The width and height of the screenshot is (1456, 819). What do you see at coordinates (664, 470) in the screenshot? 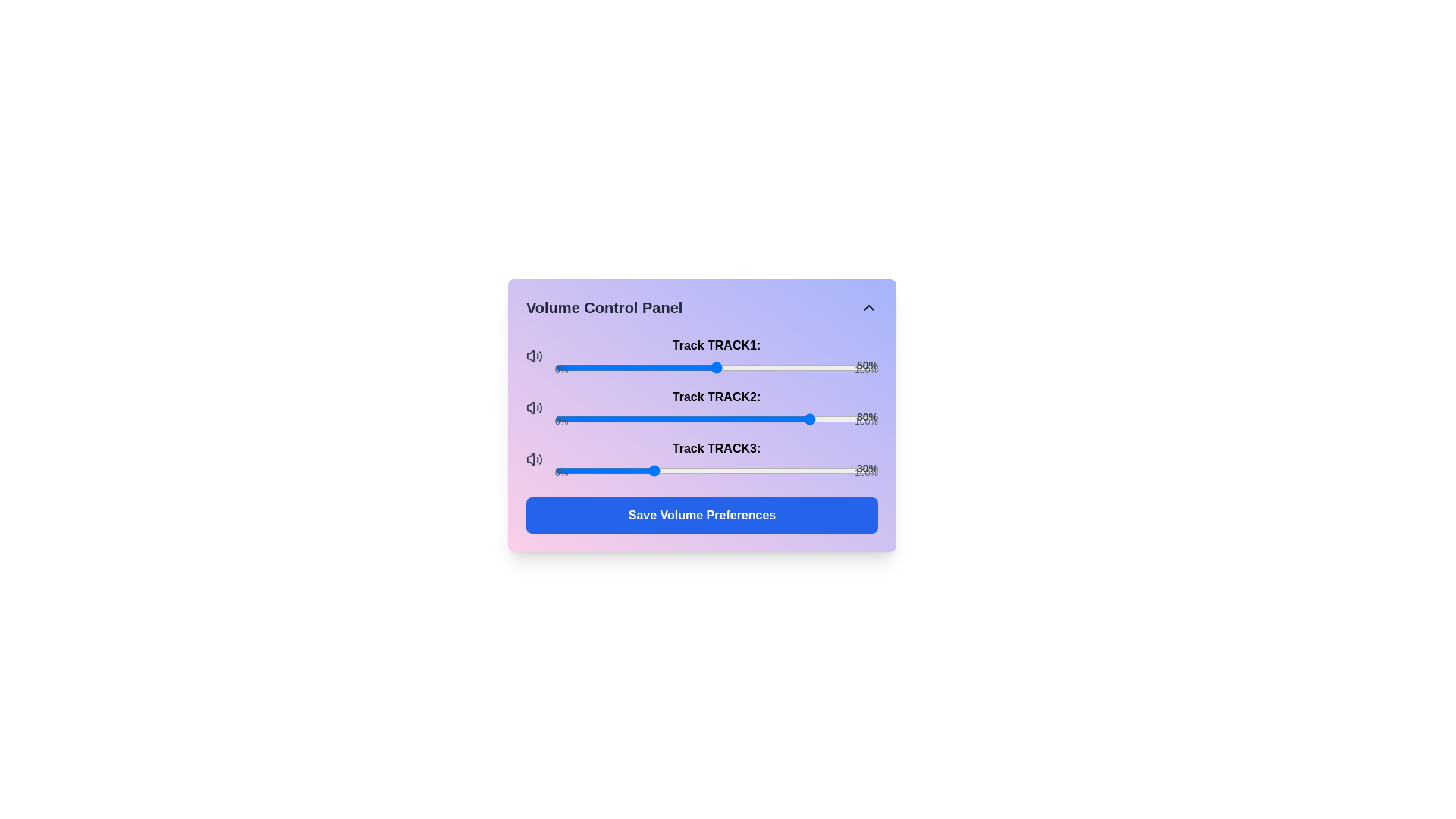
I see `the track volume` at bounding box center [664, 470].